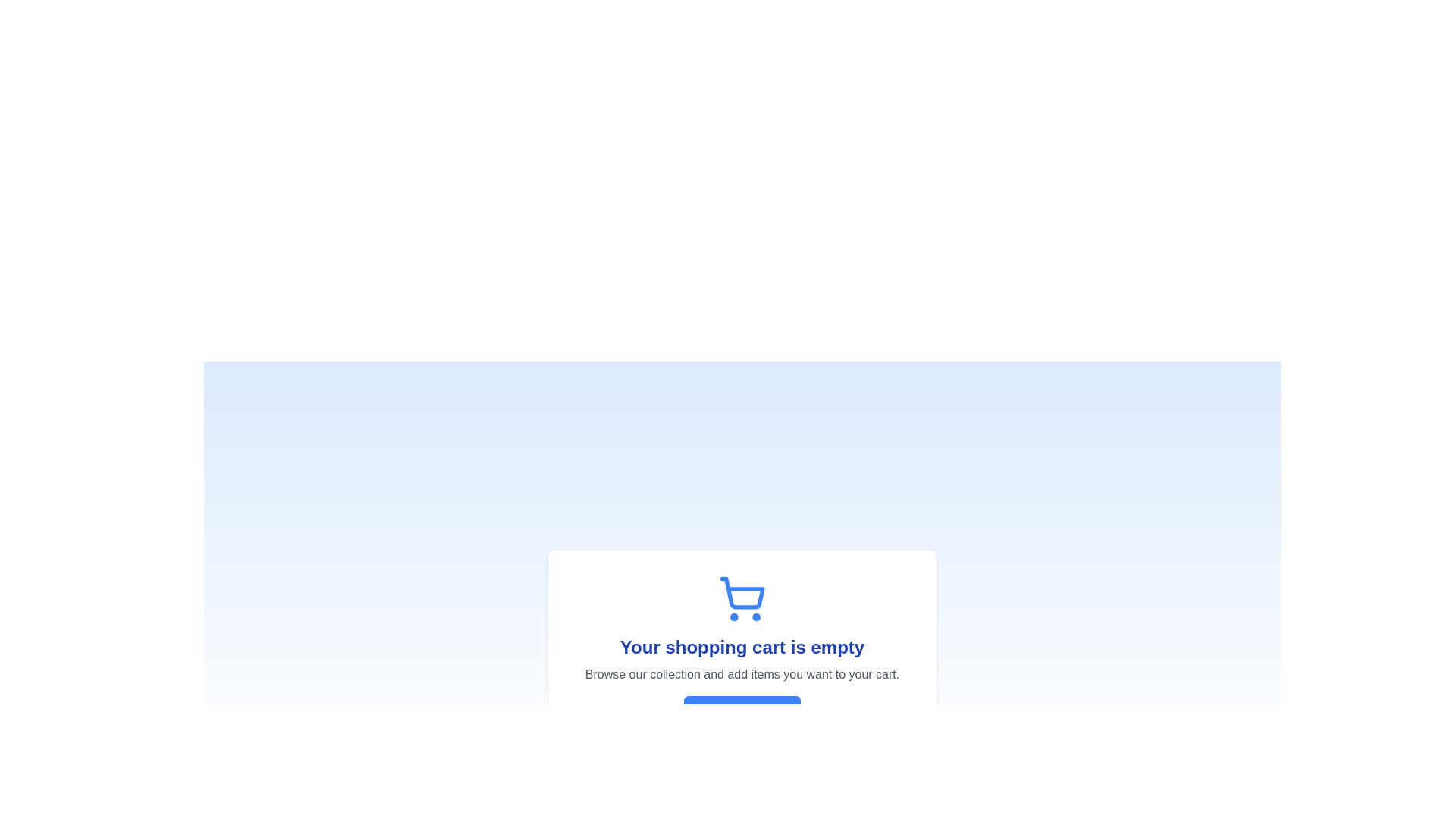 Image resolution: width=1456 pixels, height=819 pixels. Describe the element at coordinates (742, 598) in the screenshot. I see `the decorative shopping cart icon that visually represents an empty shopping cart, located at the top-center of the card containing the text 'Your shopping cart is empty'` at that location.